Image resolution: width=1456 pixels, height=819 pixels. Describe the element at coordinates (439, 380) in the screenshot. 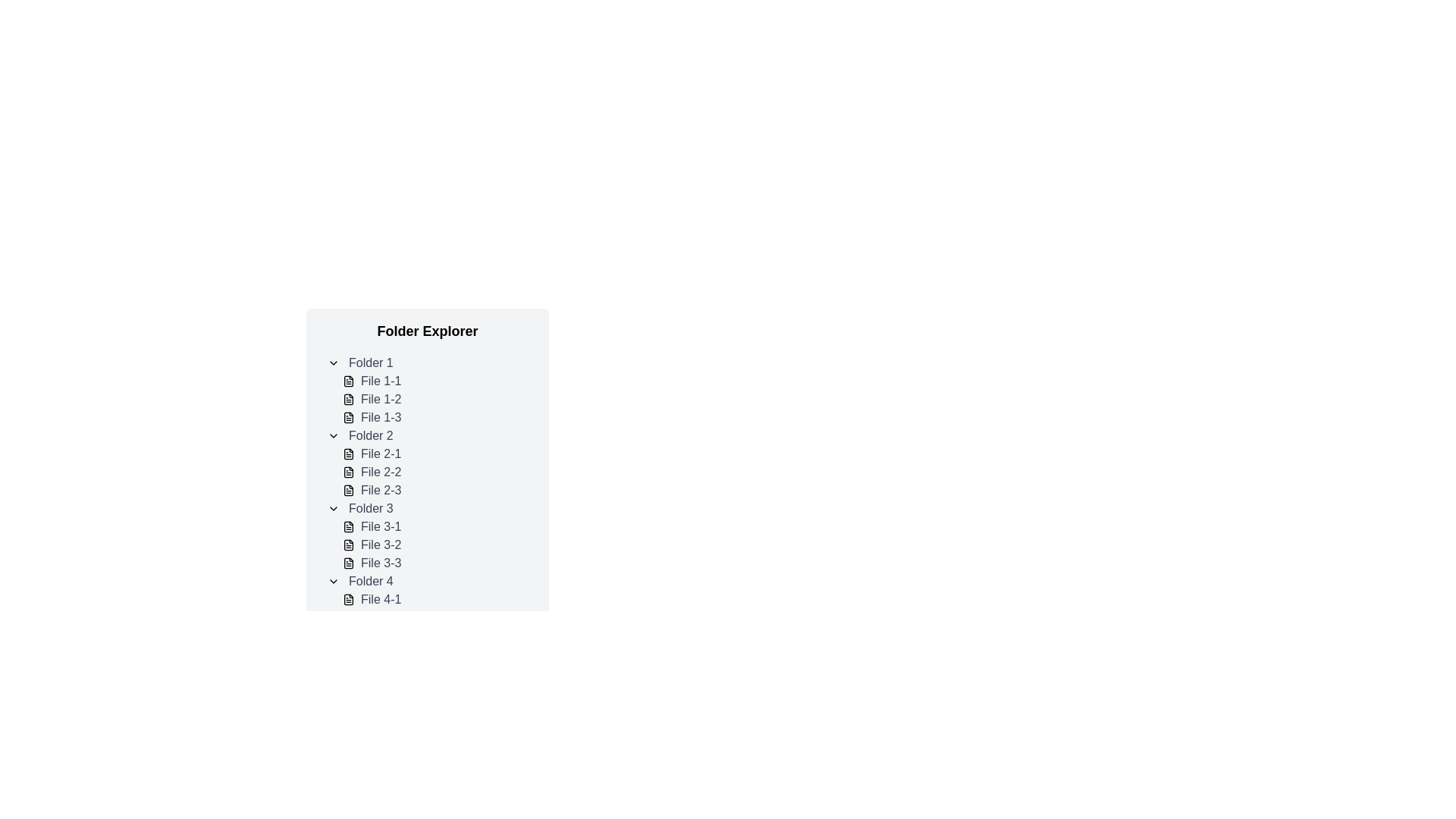

I see `the file item named 'File 1-1' in the folder explorer` at that location.